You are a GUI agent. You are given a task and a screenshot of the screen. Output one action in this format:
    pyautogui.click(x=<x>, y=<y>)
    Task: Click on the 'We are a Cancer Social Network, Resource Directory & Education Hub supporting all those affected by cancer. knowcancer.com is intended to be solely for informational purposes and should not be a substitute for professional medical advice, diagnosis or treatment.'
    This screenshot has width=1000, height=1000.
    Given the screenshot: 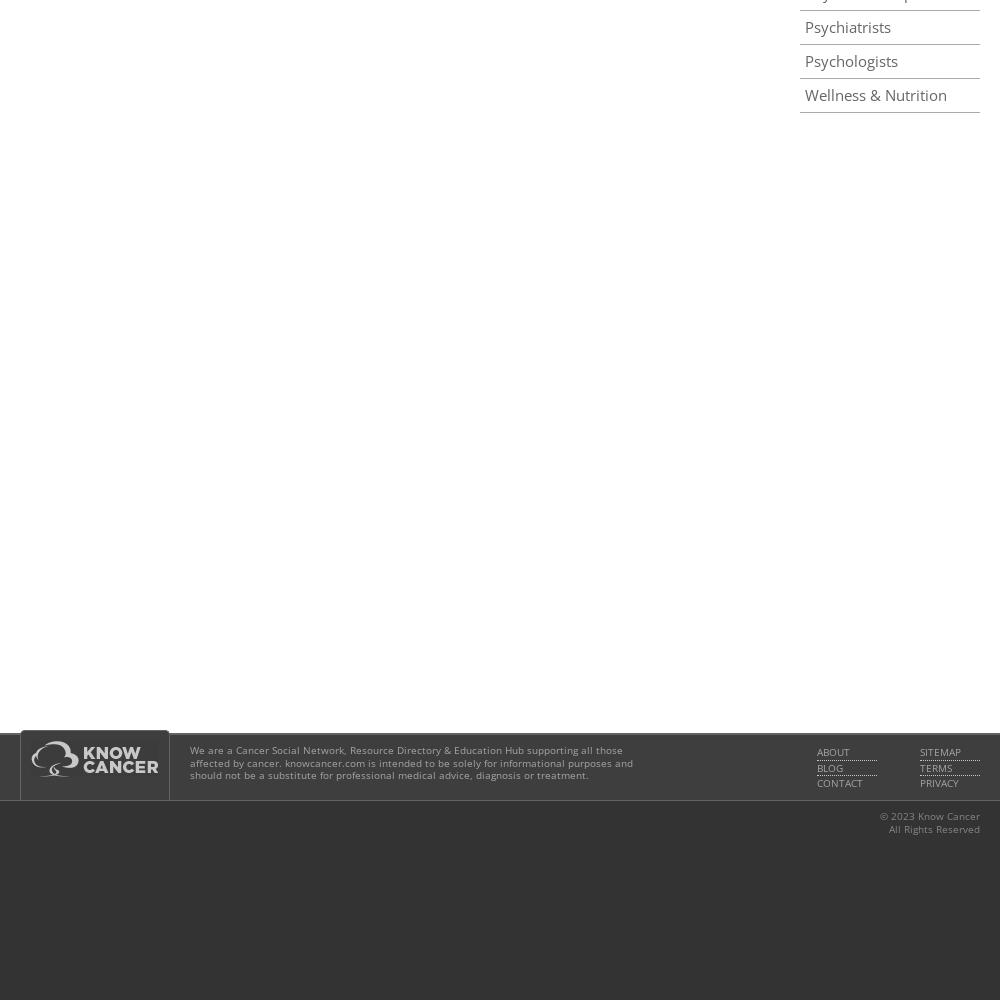 What is the action you would take?
    pyautogui.click(x=189, y=763)
    